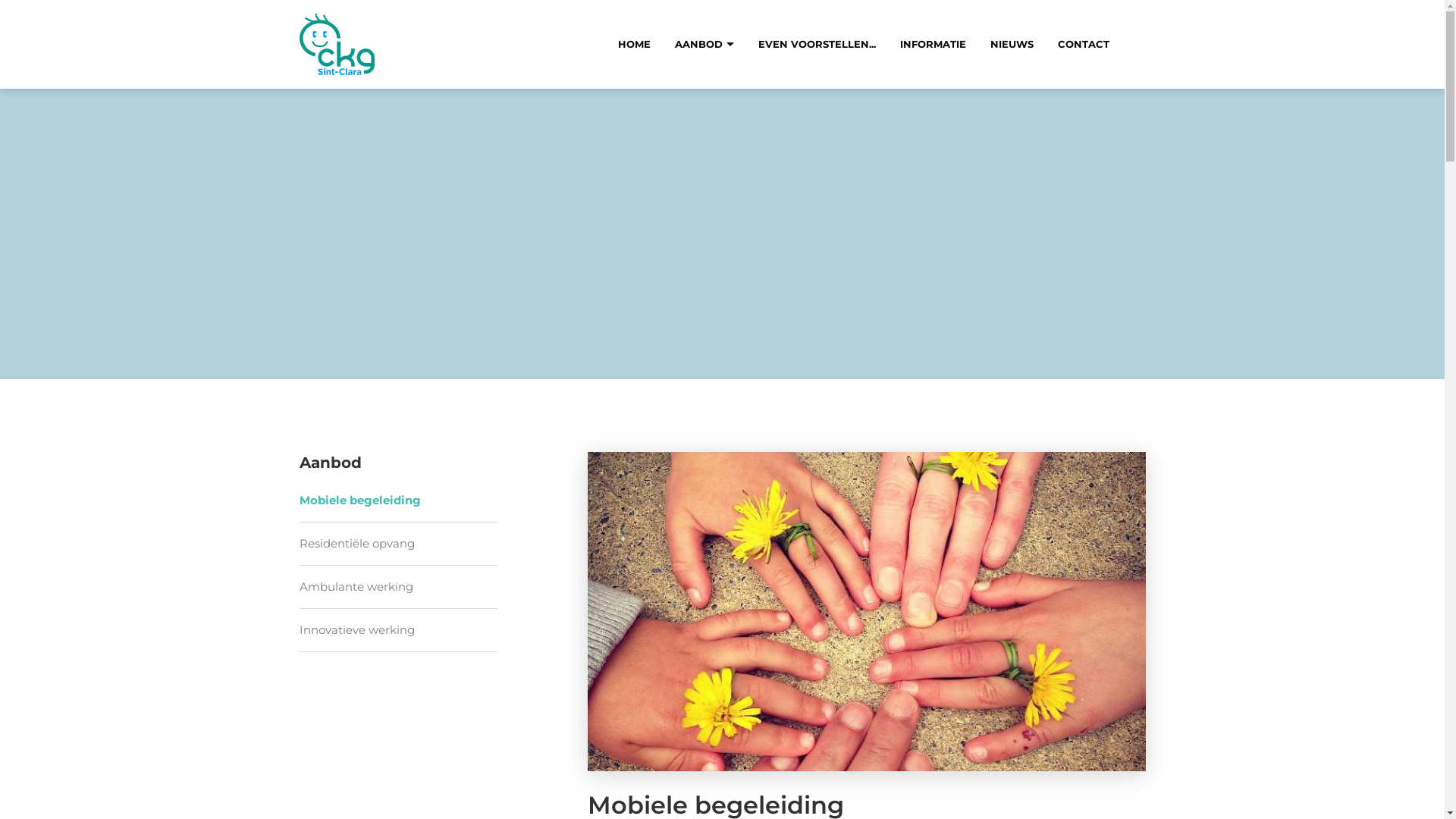 This screenshot has width=1456, height=819. Describe the element at coordinates (931, 43) in the screenshot. I see `'INFORMATIE'` at that location.